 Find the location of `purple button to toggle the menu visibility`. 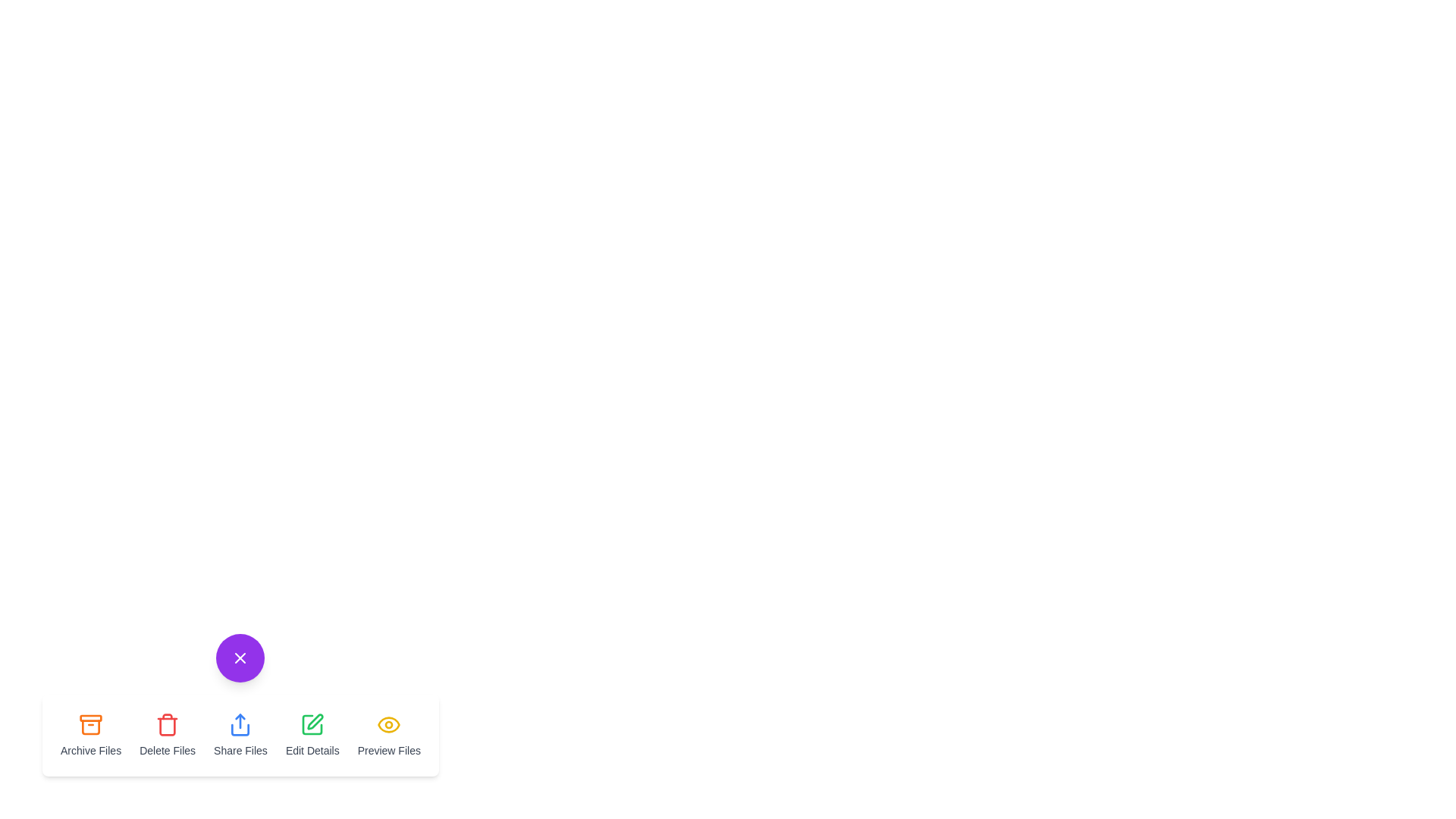

purple button to toggle the menu visibility is located at coordinates (240, 657).